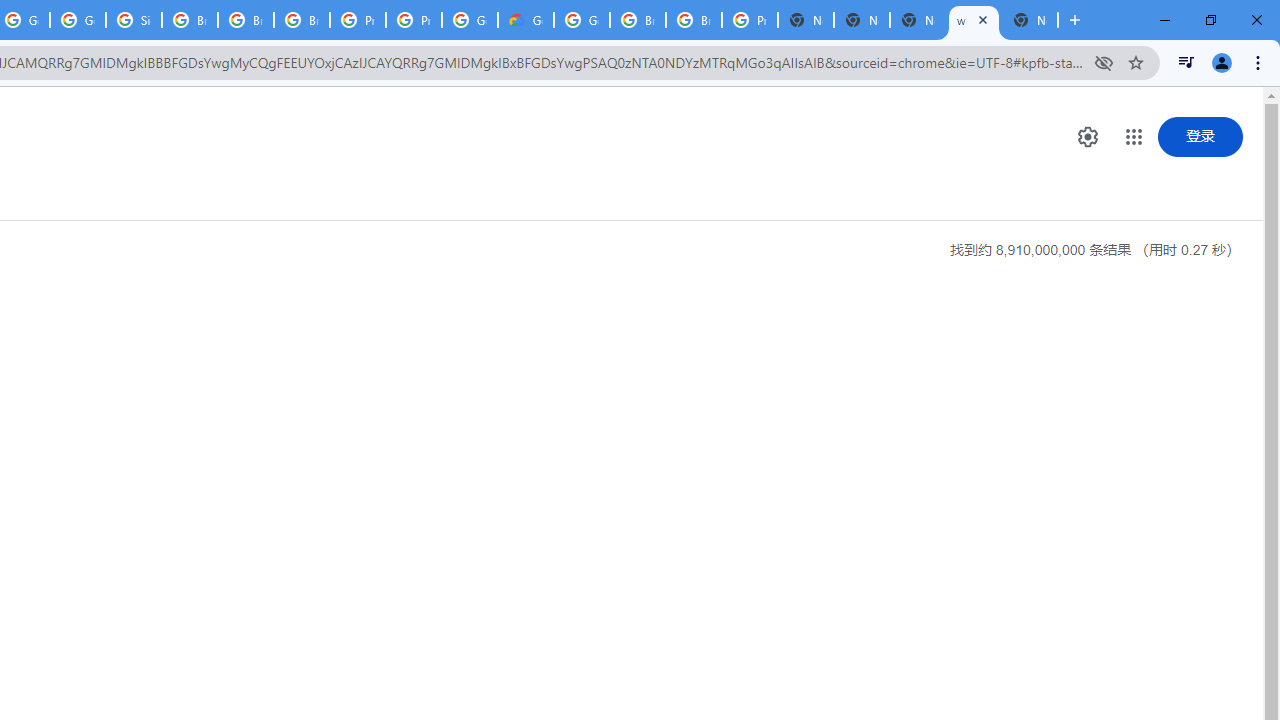  What do you see at coordinates (133, 20) in the screenshot?
I see `'Sign in - Google Accounts'` at bounding box center [133, 20].